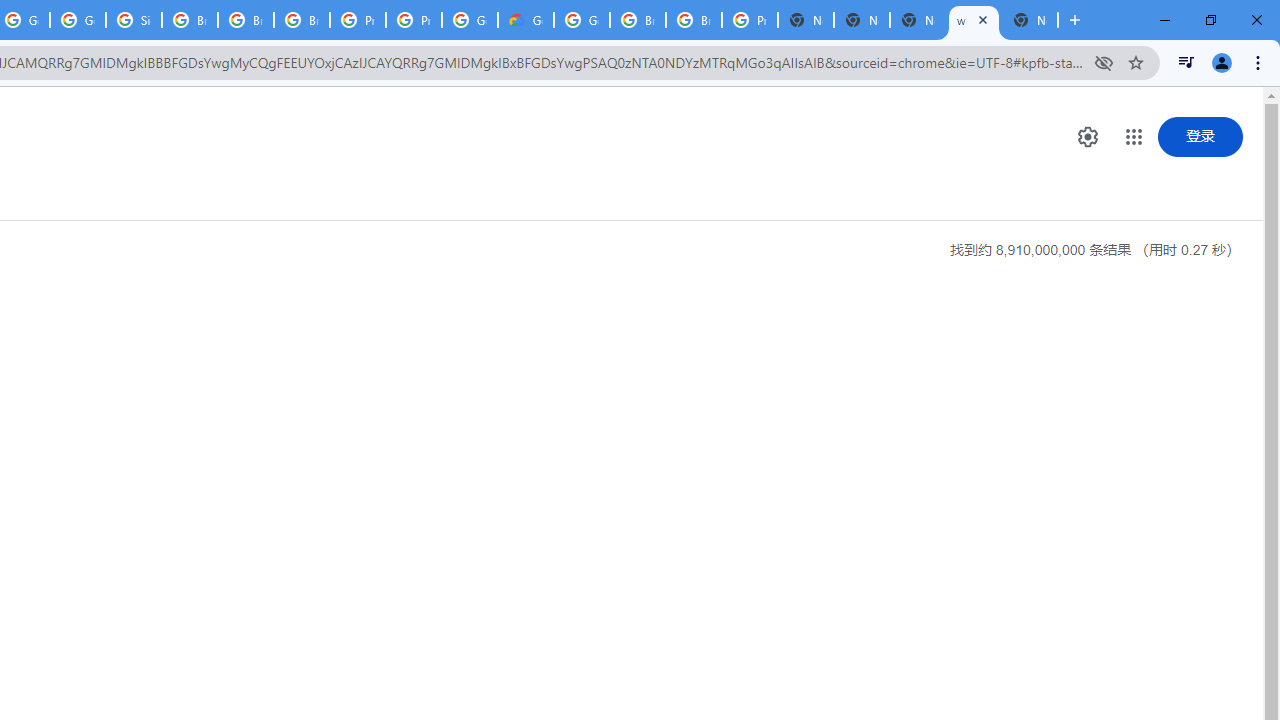  What do you see at coordinates (133, 20) in the screenshot?
I see `'Sign in - Google Accounts'` at bounding box center [133, 20].